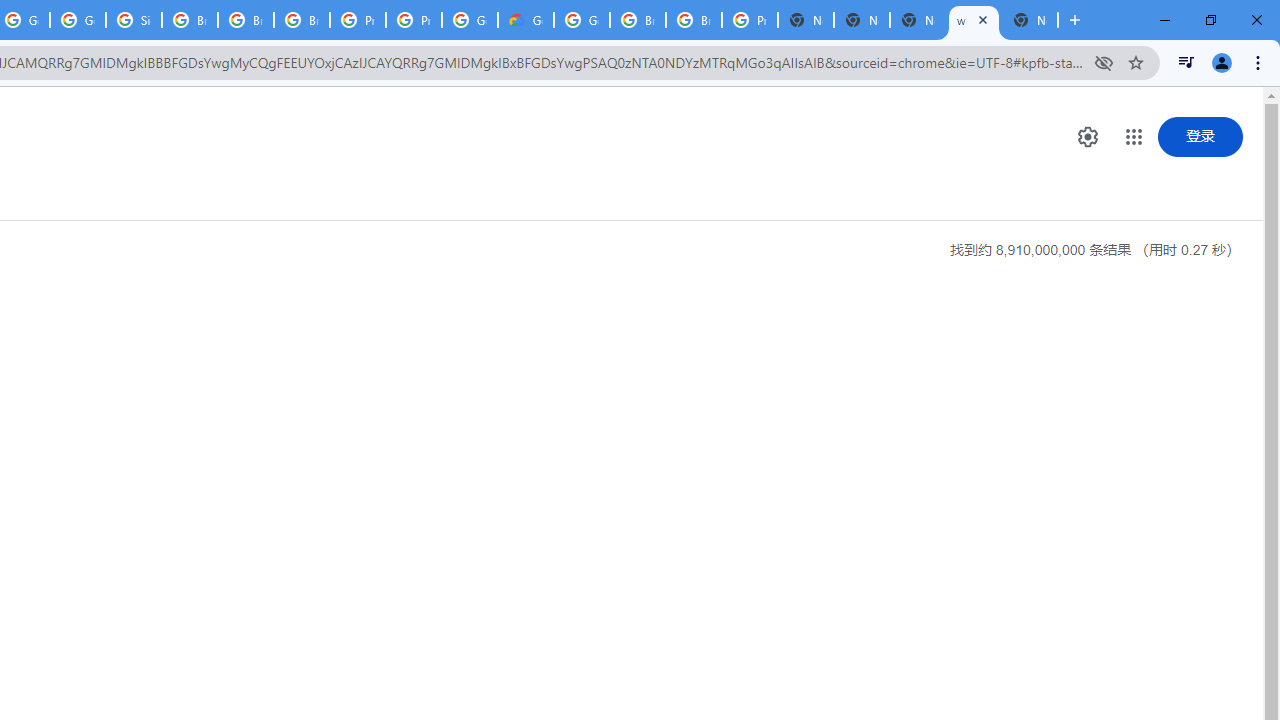  What do you see at coordinates (133, 20) in the screenshot?
I see `'Sign in - Google Accounts'` at bounding box center [133, 20].